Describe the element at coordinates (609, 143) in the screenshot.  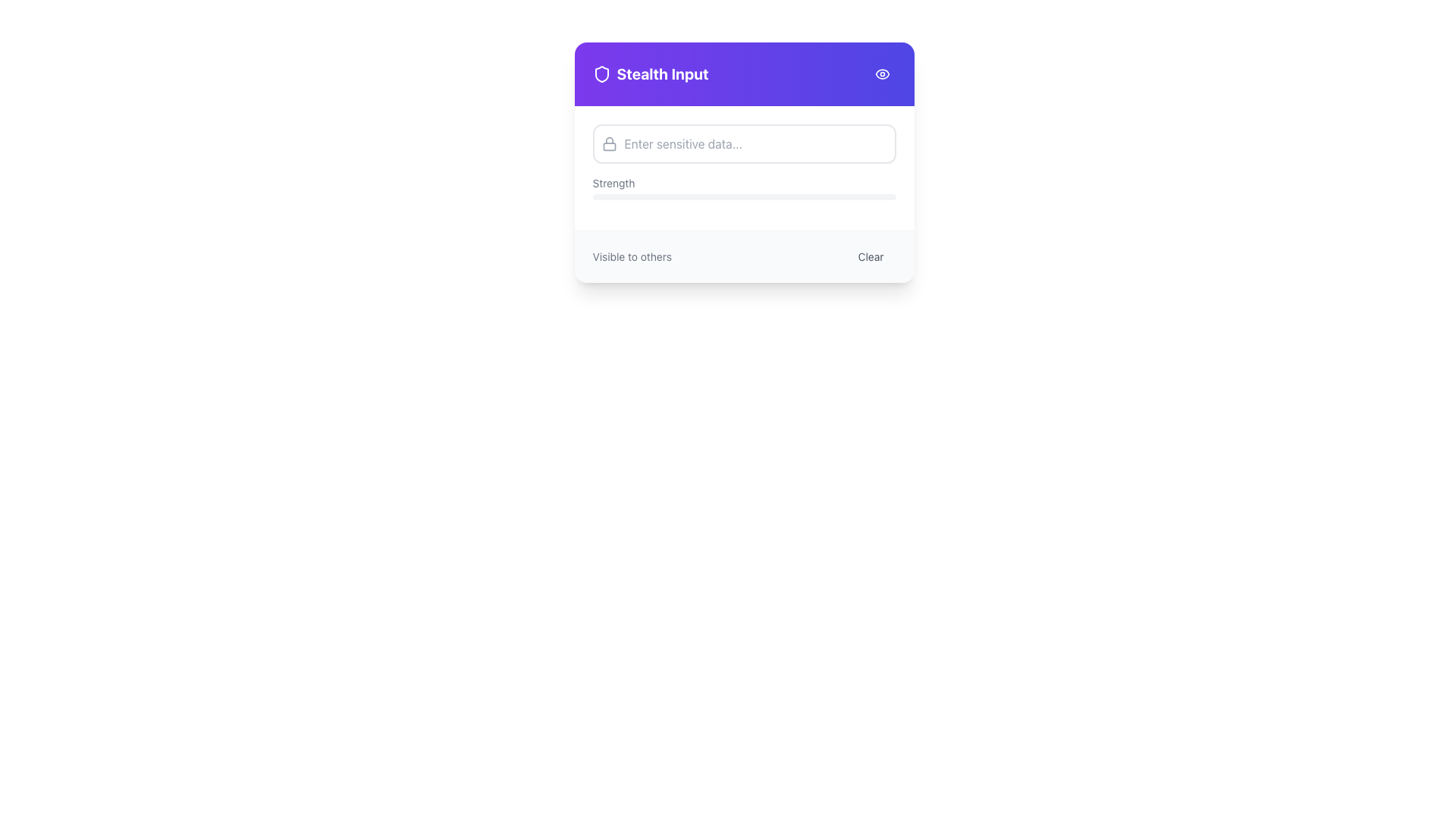
I see `the lock icon element which is a graphical hint for data security, located to the left of the text input field labeled 'Enter sensitive data...'` at that location.